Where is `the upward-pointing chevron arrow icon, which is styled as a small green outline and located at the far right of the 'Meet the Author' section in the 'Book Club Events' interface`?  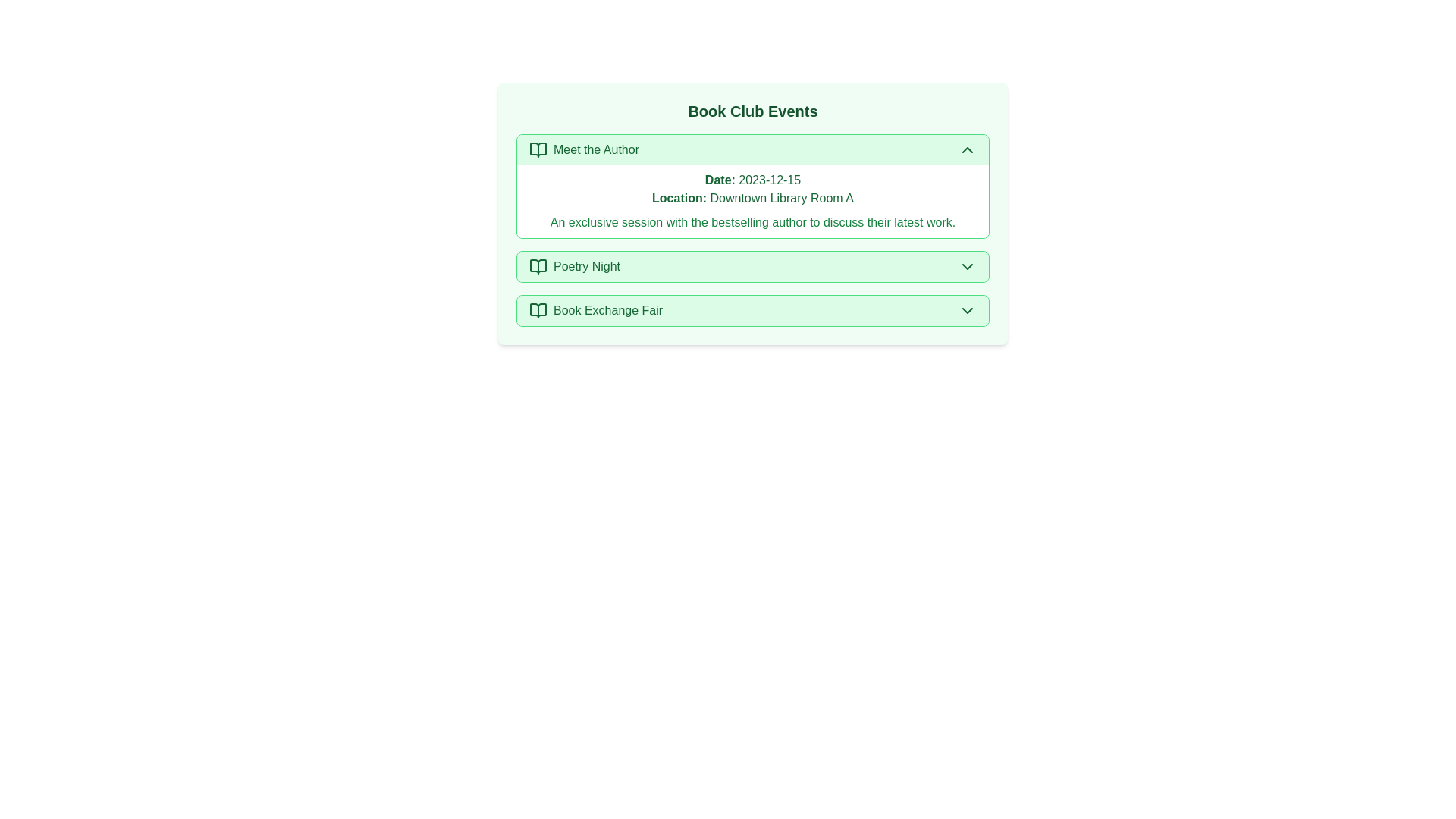
the upward-pointing chevron arrow icon, which is styled as a small green outline and located at the far right of the 'Meet the Author' section in the 'Book Club Events' interface is located at coordinates (967, 149).